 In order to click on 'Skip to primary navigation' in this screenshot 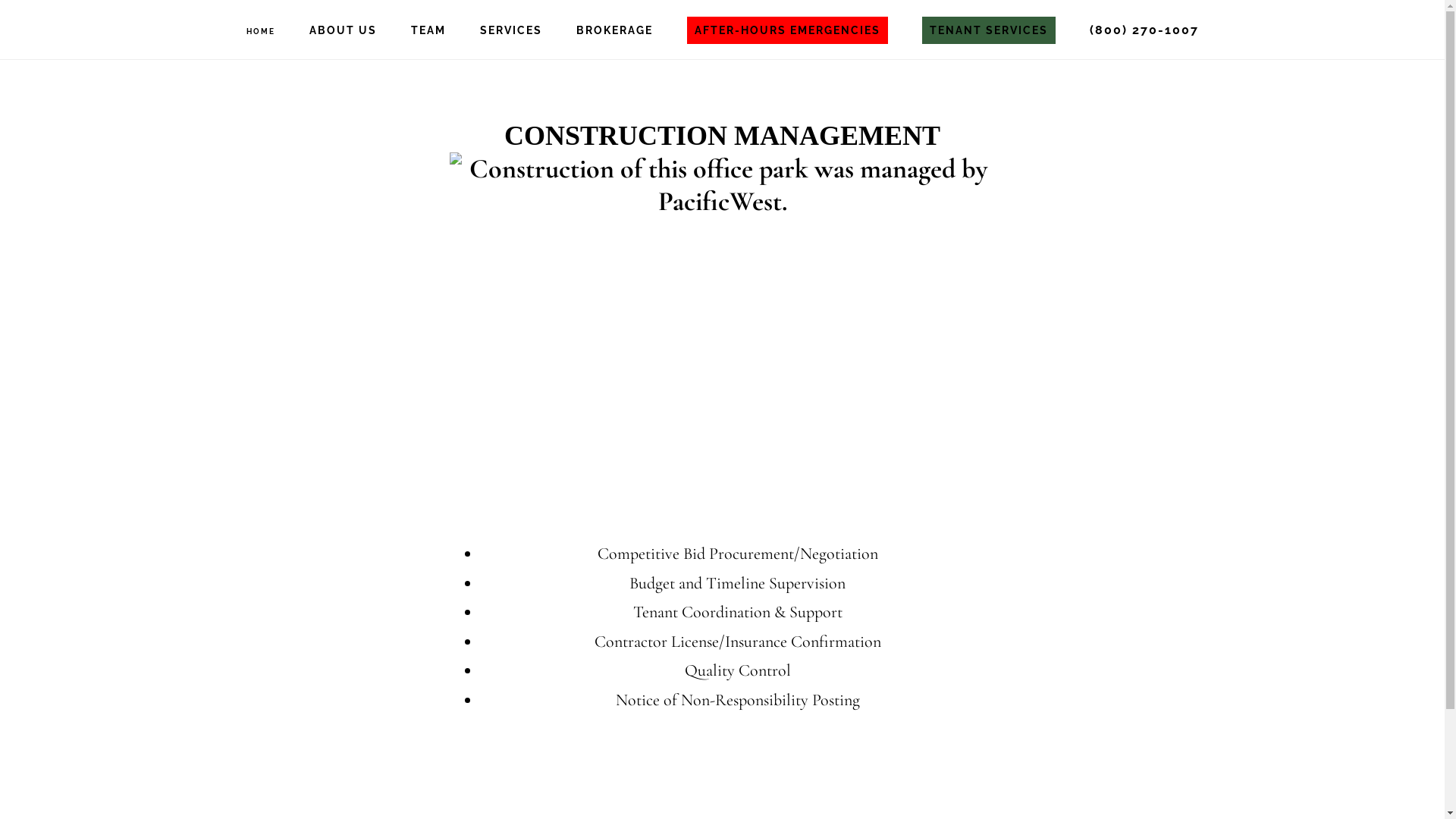, I will do `click(0, 0)`.